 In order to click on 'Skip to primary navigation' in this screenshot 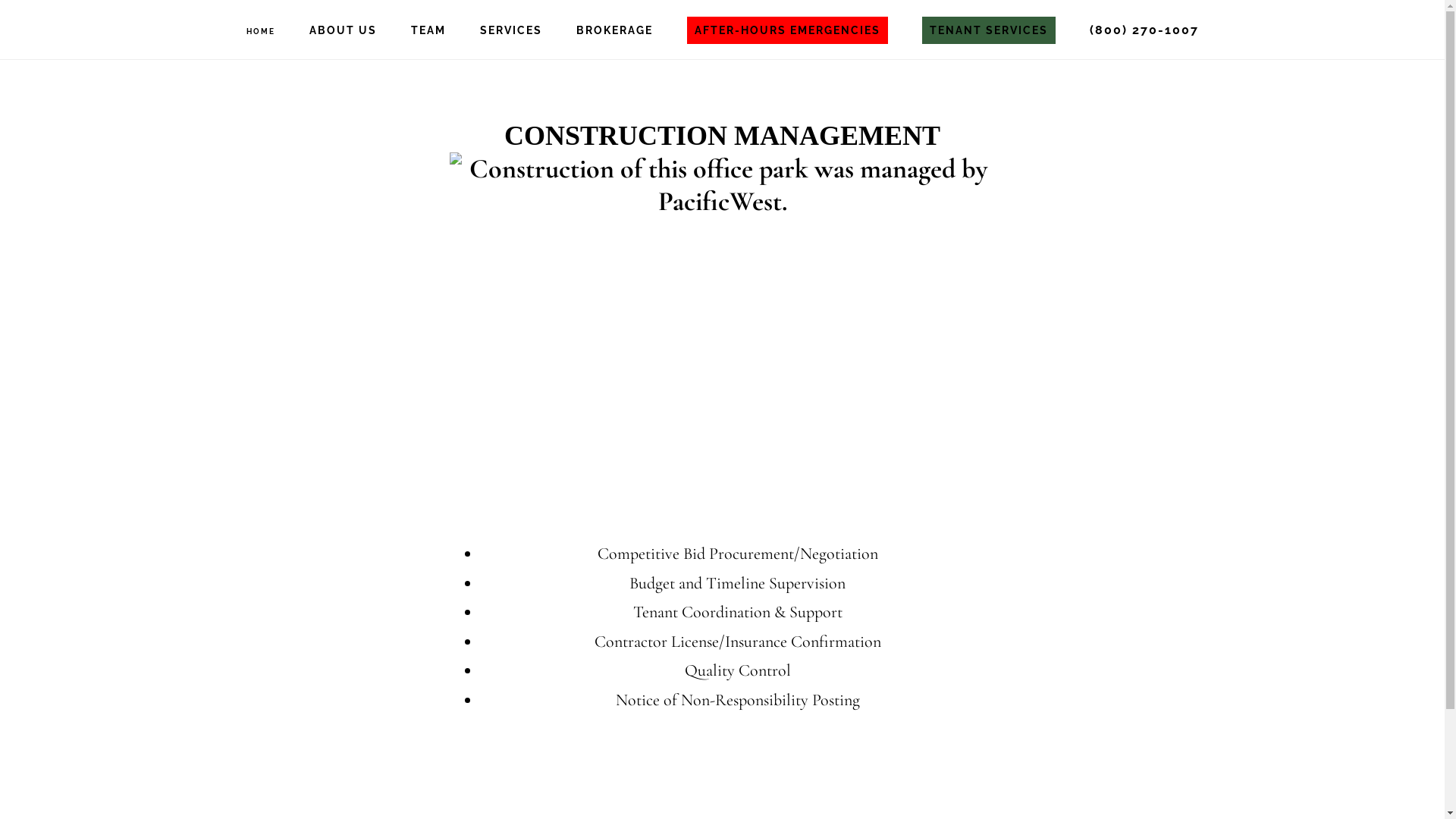, I will do `click(0, 0)`.